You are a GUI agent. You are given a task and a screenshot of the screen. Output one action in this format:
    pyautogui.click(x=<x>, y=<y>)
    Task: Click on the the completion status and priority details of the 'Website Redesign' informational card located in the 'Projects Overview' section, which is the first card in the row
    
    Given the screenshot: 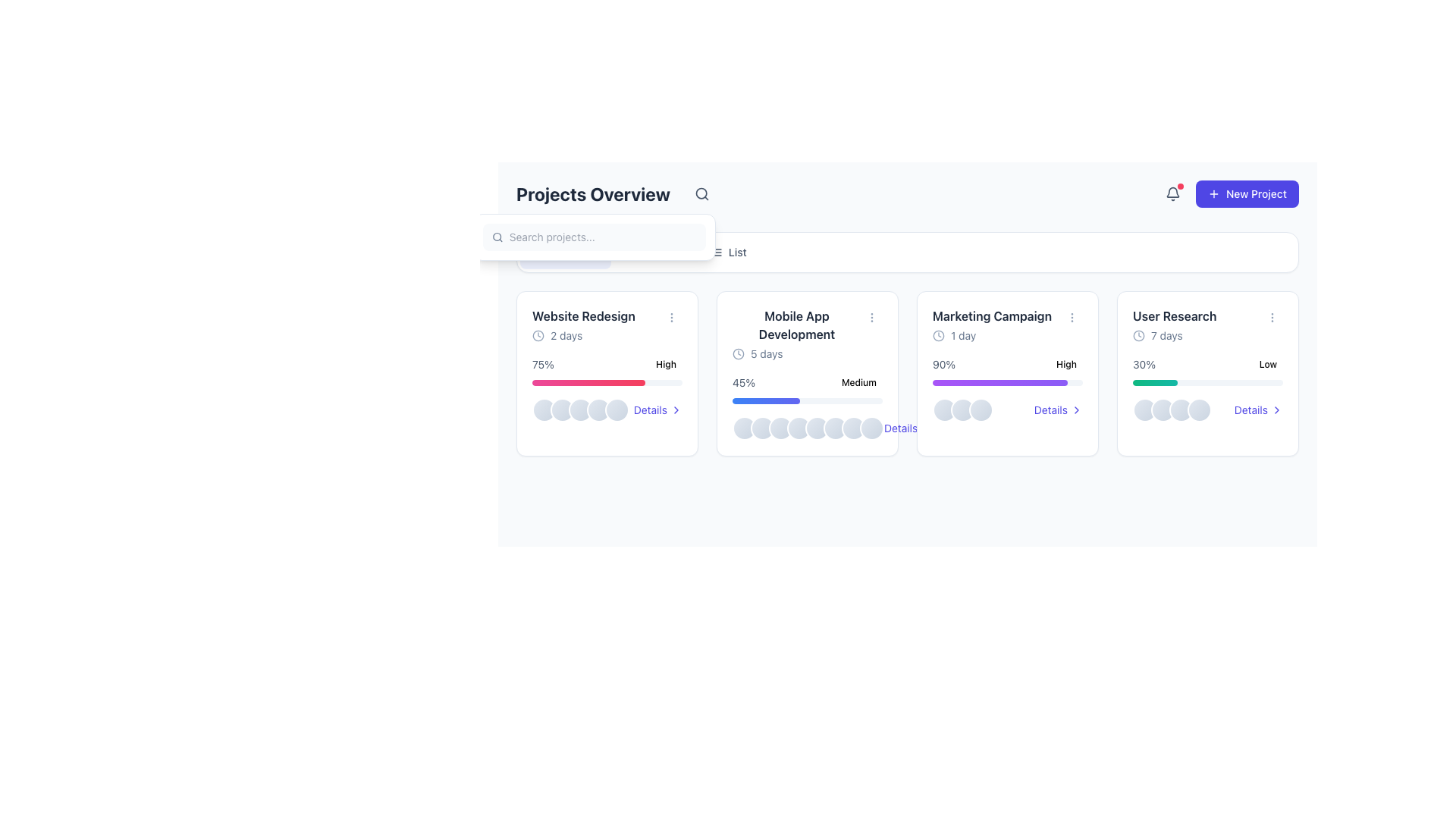 What is the action you would take?
    pyautogui.click(x=607, y=365)
    